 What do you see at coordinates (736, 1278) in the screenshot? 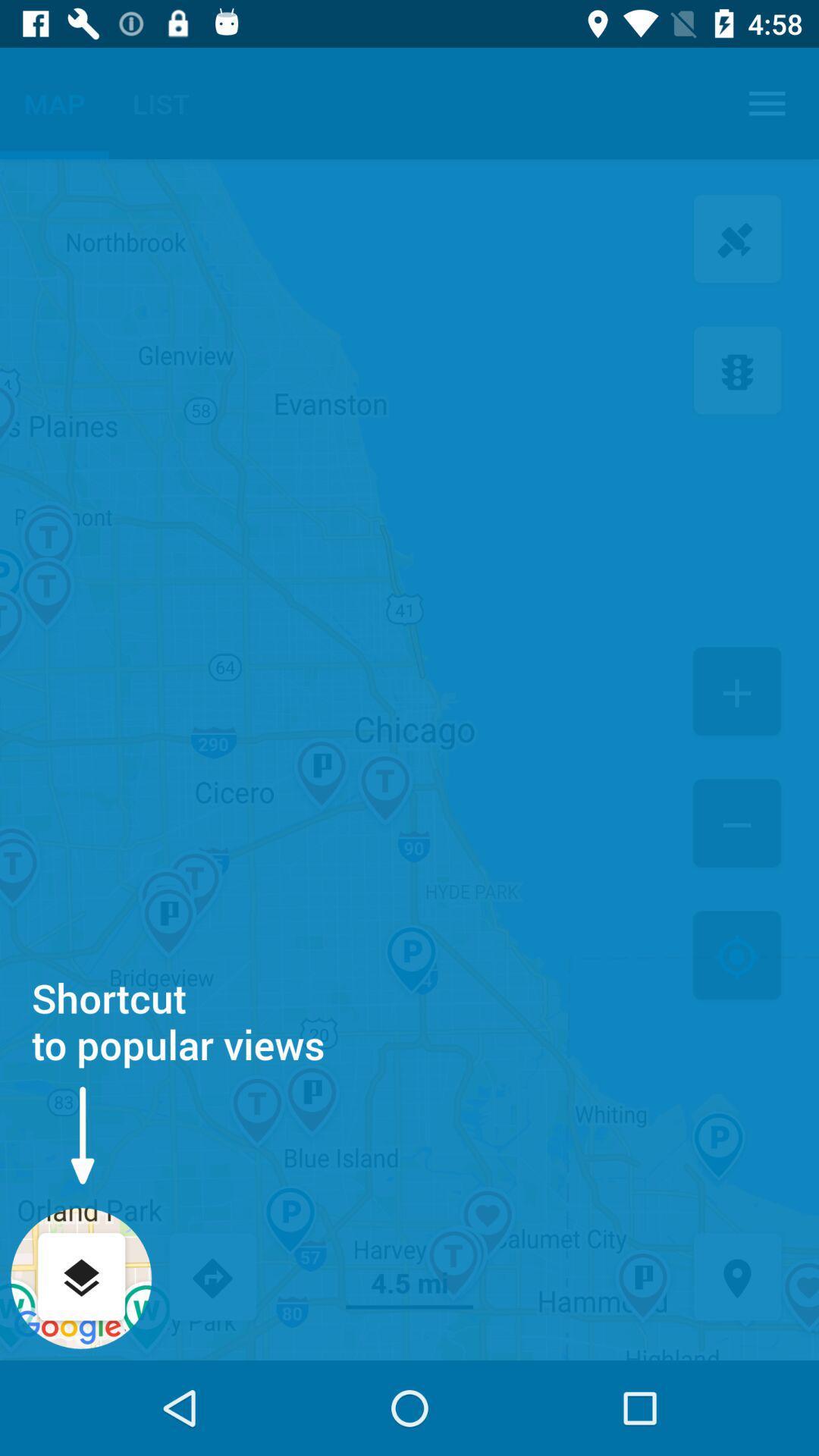
I see `gps location button` at bounding box center [736, 1278].